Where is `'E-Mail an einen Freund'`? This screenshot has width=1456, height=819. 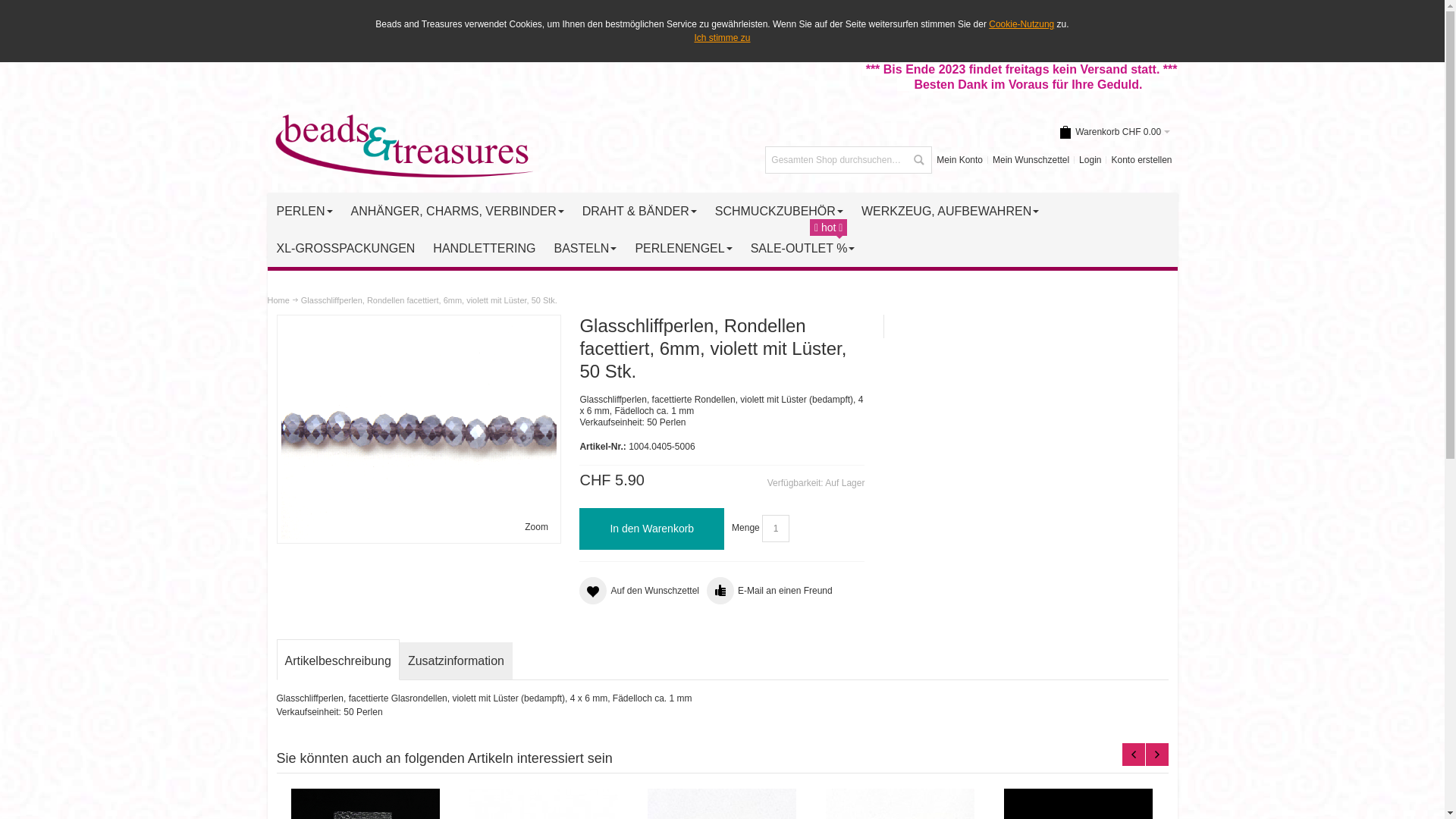 'E-Mail an einen Freund' is located at coordinates (769, 590).